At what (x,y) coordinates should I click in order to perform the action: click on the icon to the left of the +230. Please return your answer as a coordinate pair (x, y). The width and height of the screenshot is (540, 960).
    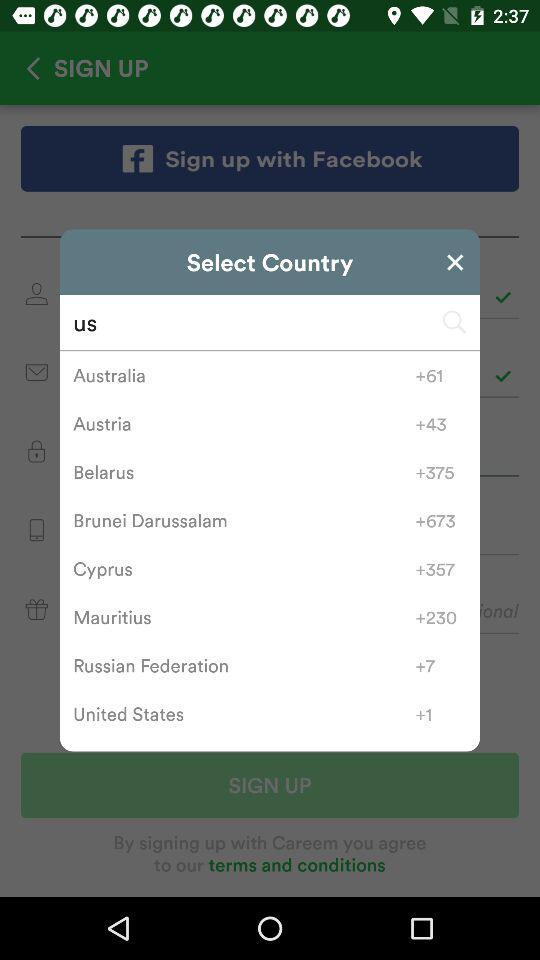
    Looking at the image, I should click on (244, 616).